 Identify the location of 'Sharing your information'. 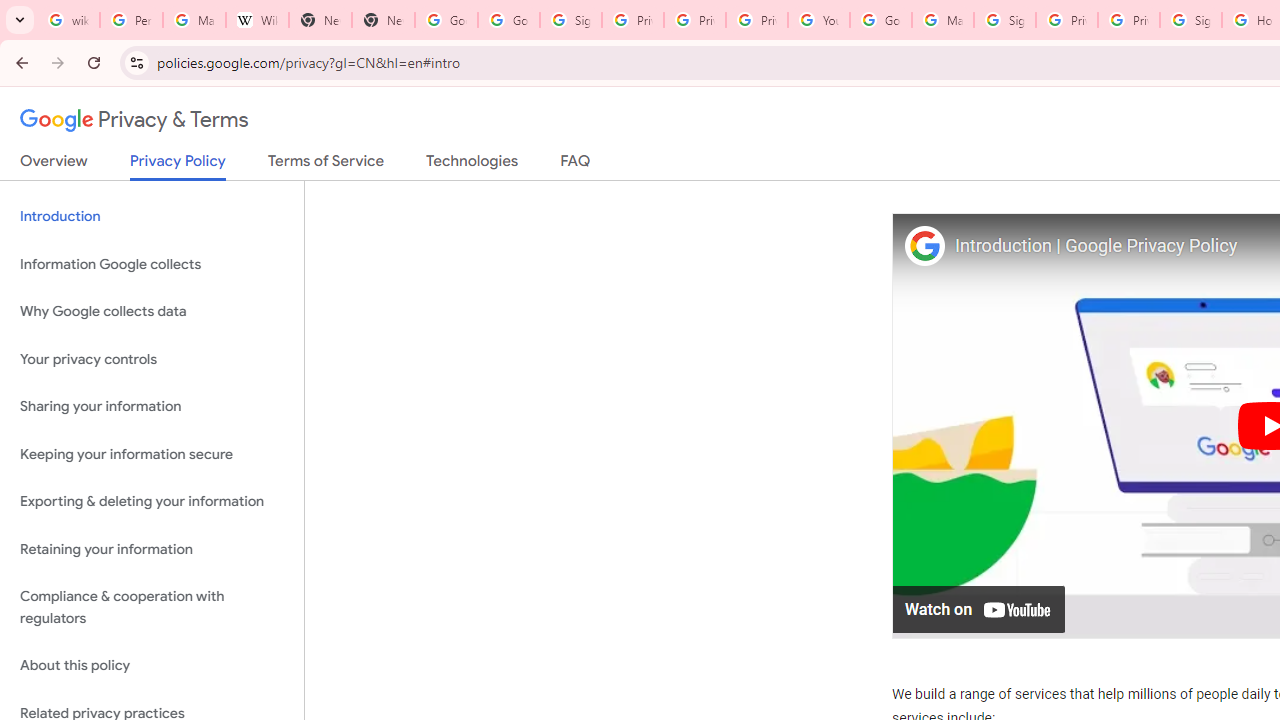
(151, 406).